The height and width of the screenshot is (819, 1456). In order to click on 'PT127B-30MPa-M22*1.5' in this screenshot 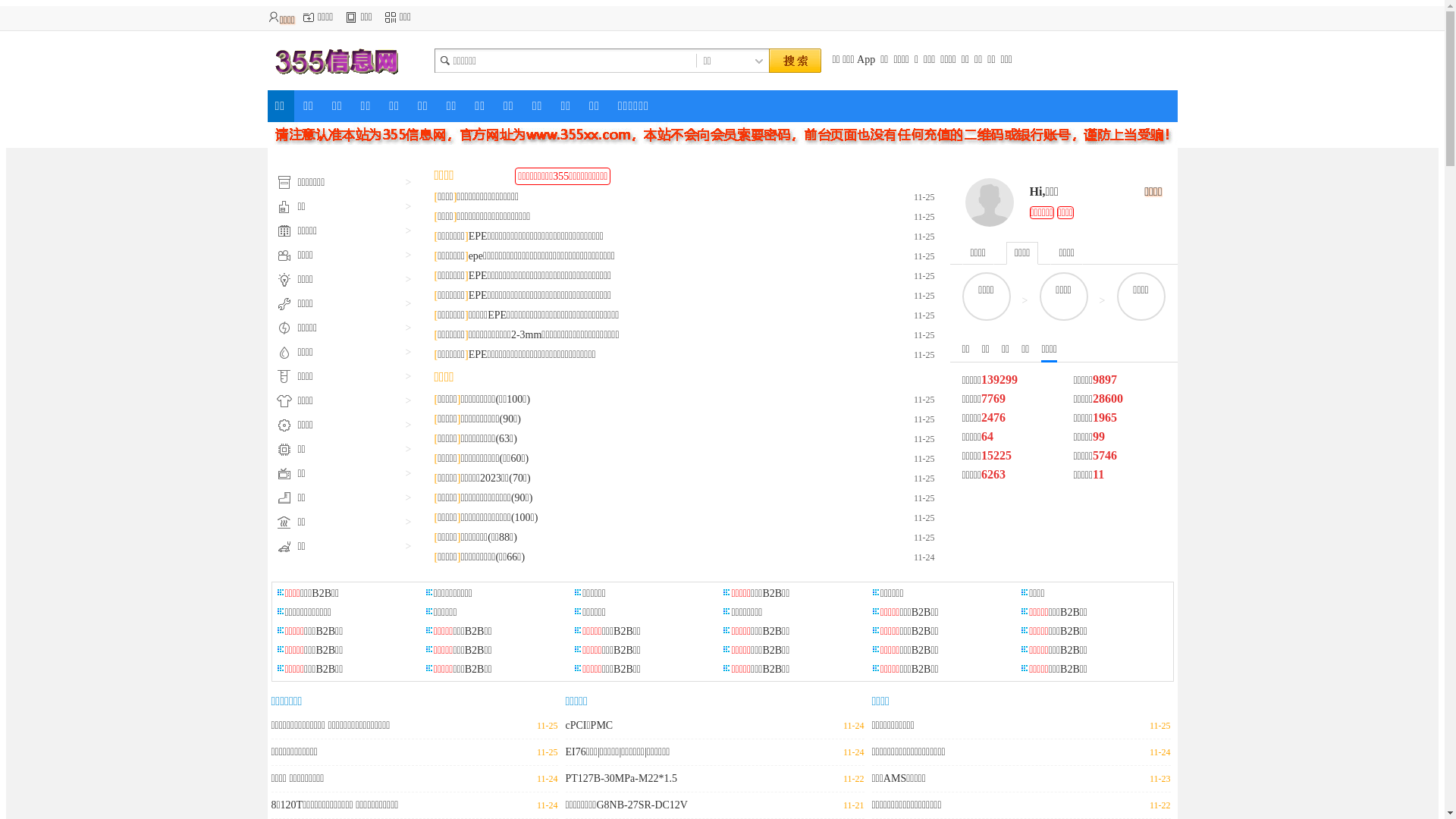, I will do `click(564, 778)`.